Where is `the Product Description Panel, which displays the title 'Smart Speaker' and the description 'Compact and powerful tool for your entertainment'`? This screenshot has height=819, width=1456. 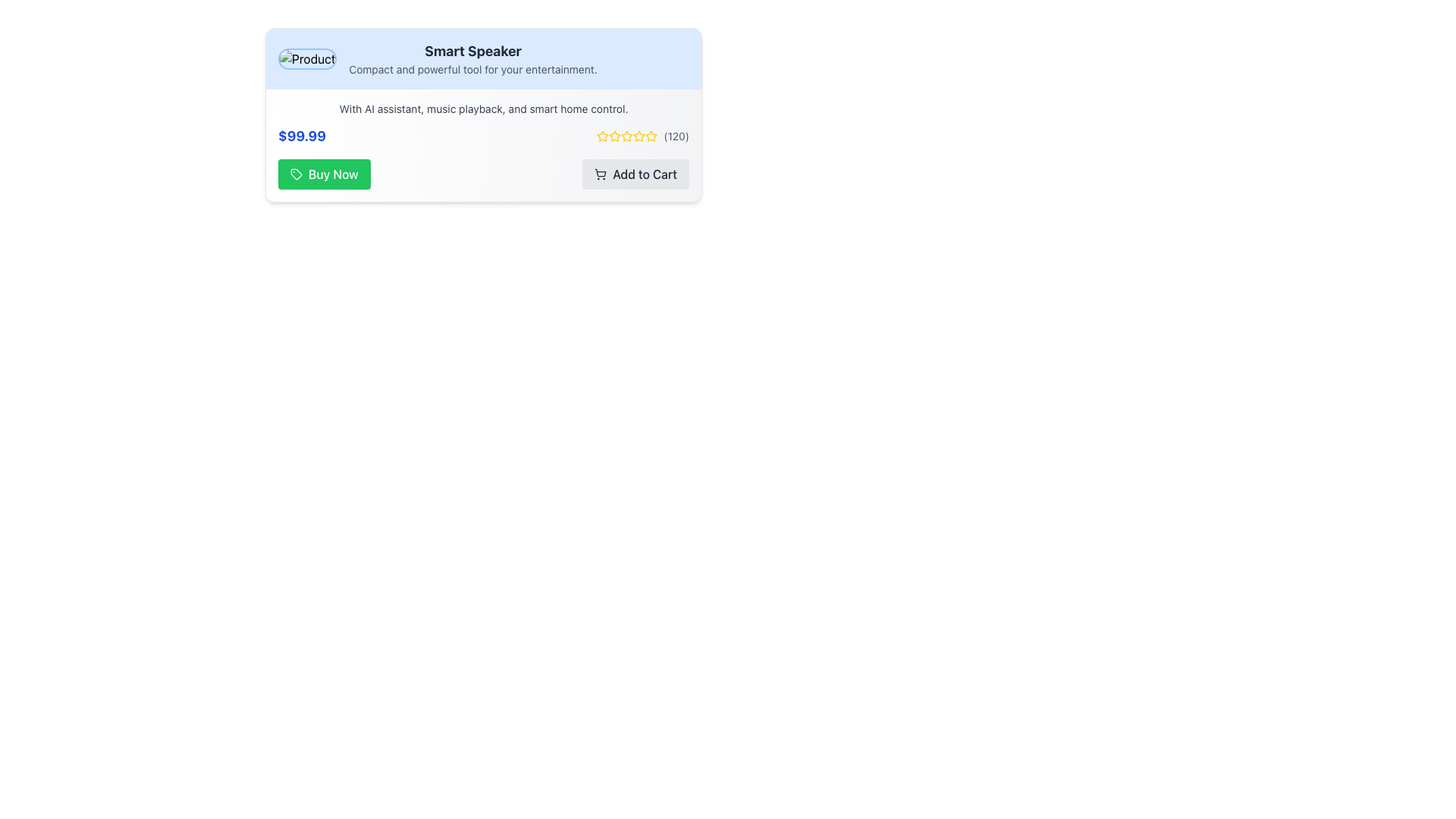 the Product Description Panel, which displays the title 'Smart Speaker' and the description 'Compact and powerful tool for your entertainment' is located at coordinates (483, 58).